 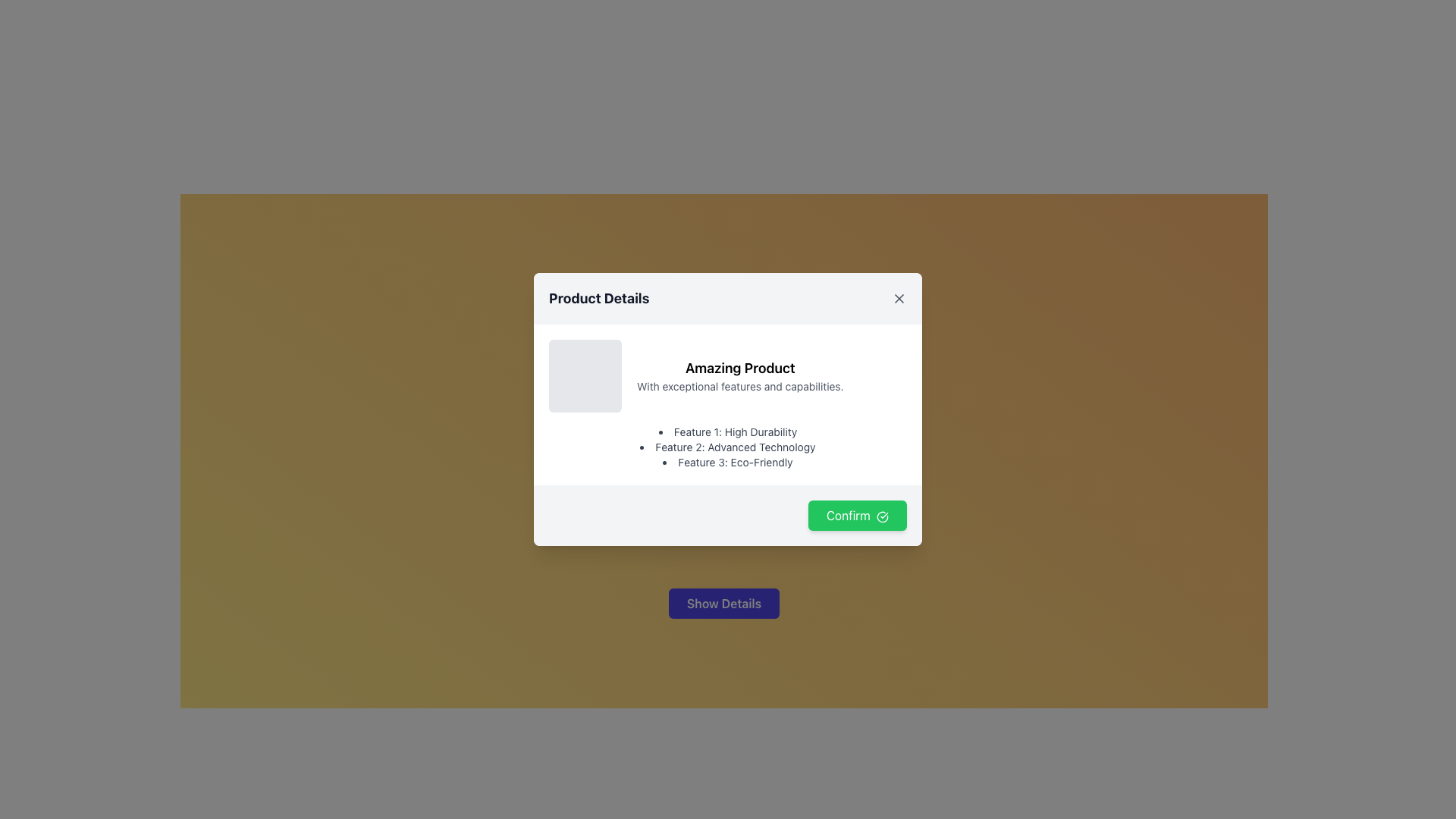 I want to click on the 'X' button in the upper-right corner of the 'Product Details' header, so click(x=899, y=298).